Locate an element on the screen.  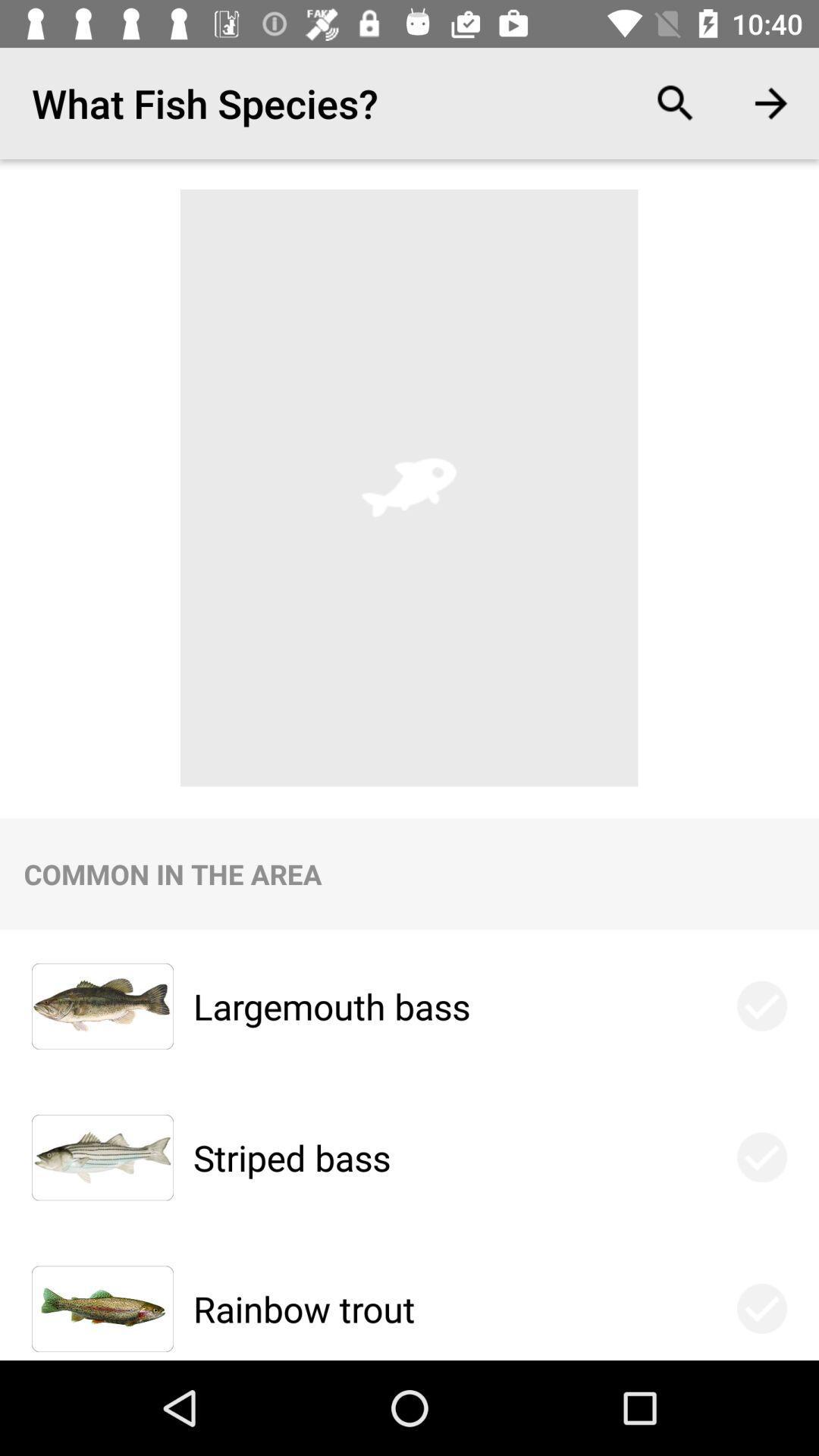
the item to the right of the what fish species? icon is located at coordinates (675, 102).